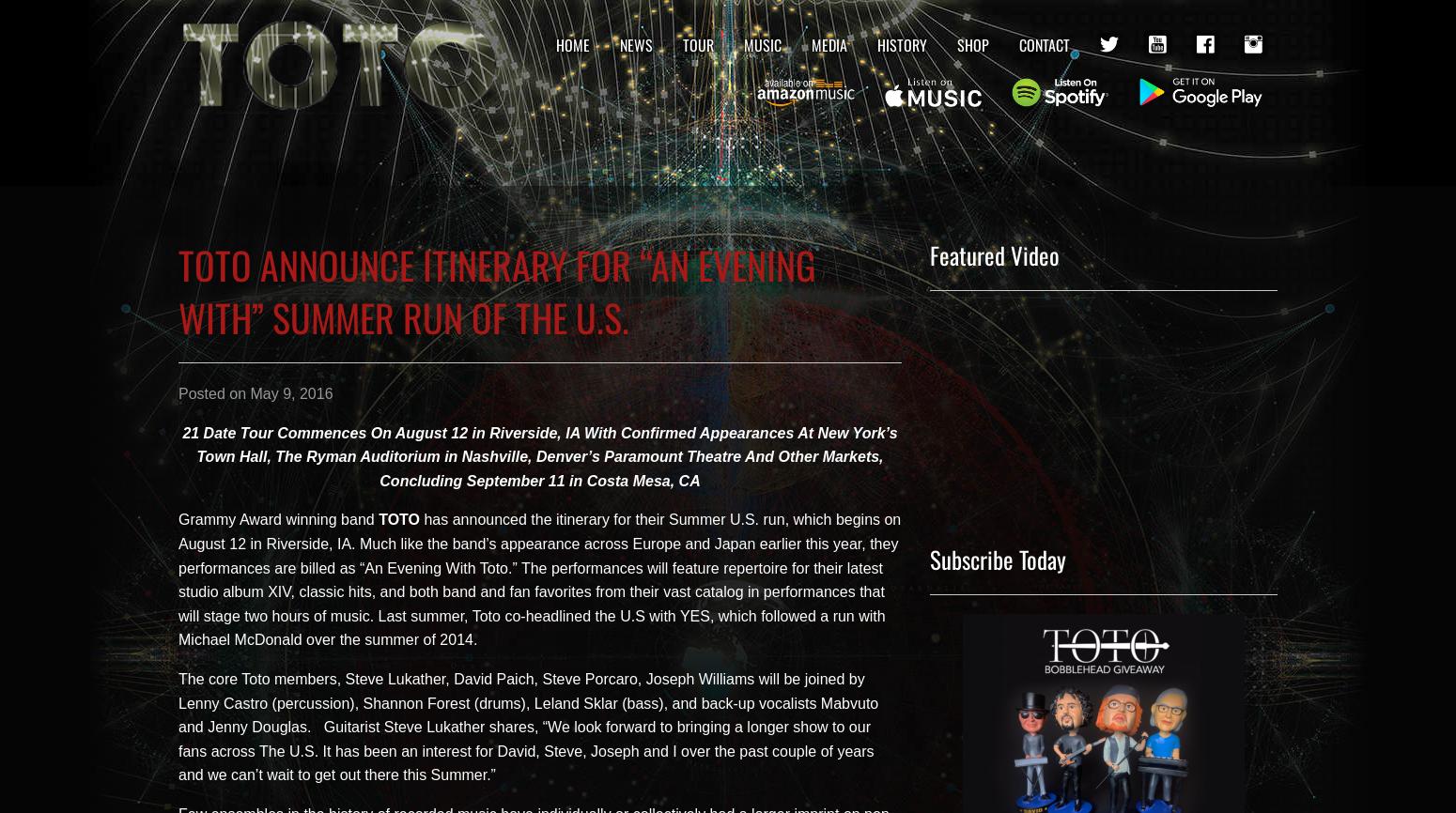  Describe the element at coordinates (399, 519) in the screenshot. I see `'TOTO'` at that location.